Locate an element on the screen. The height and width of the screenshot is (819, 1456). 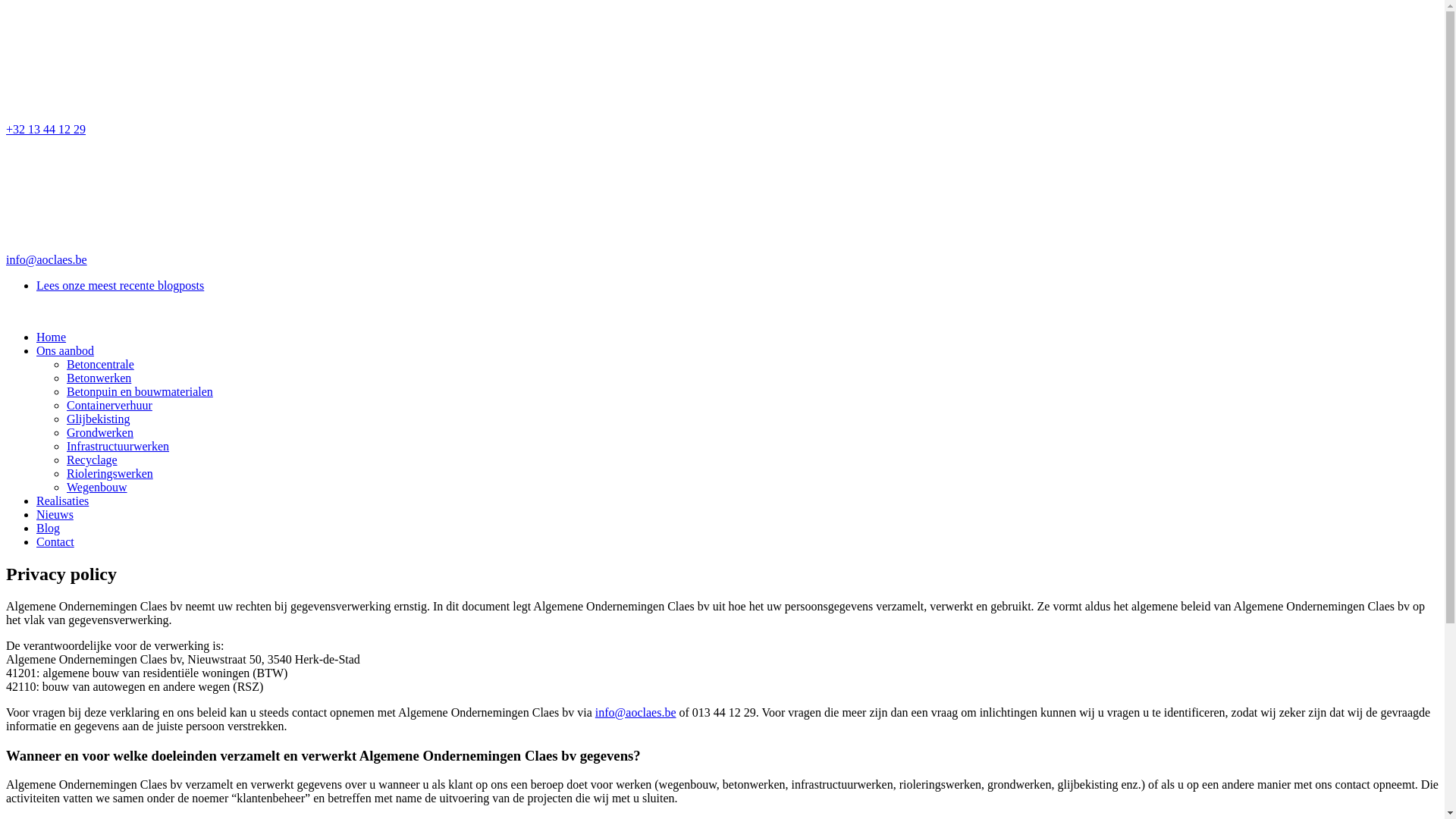
'Realisaties' is located at coordinates (61, 500).